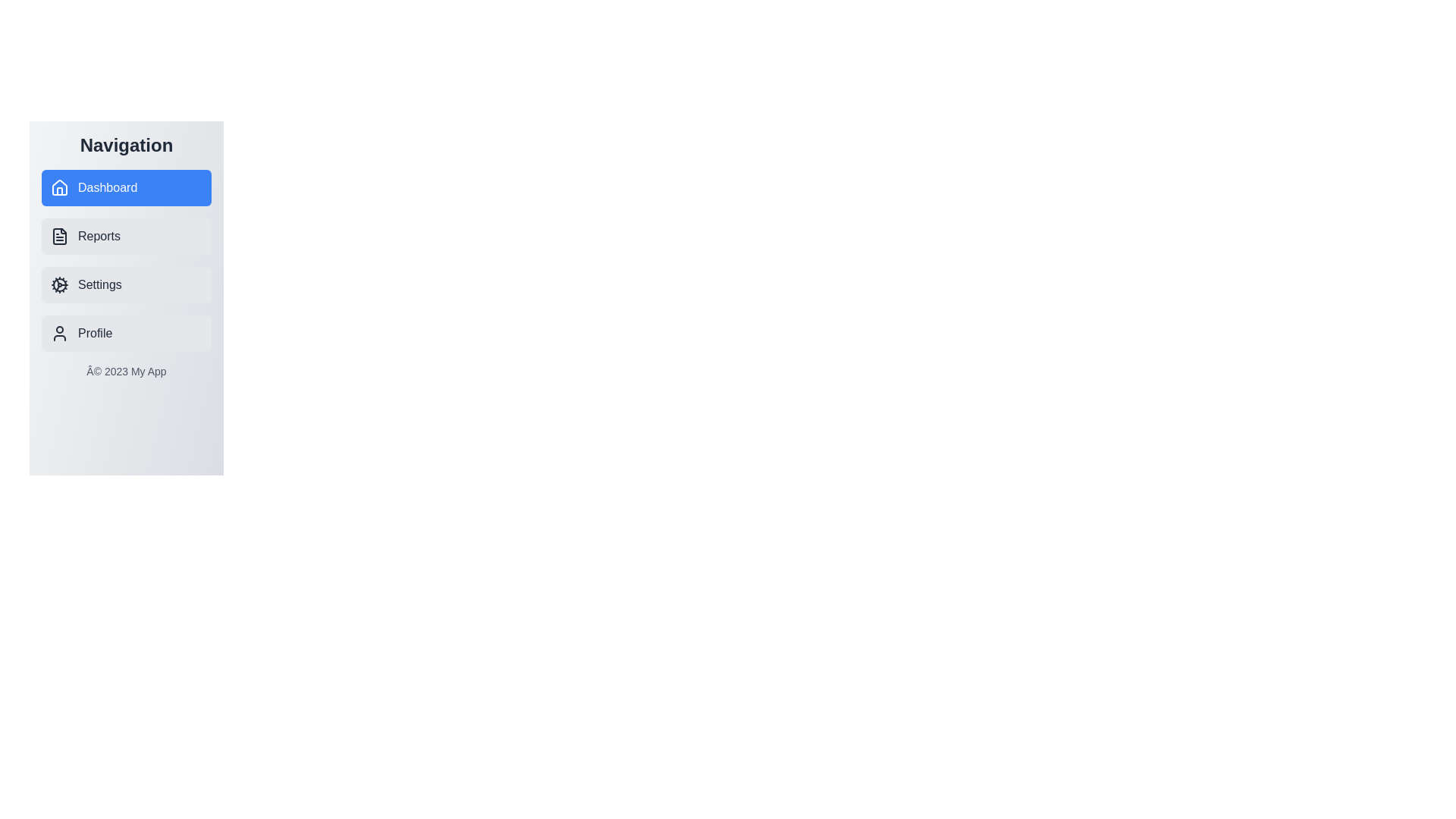 This screenshot has width=1456, height=819. Describe the element at coordinates (107, 187) in the screenshot. I see `the 'Dashboard' text label located in the left-hand sidebar navigation menu, which serves as a label for the navigation action` at that location.